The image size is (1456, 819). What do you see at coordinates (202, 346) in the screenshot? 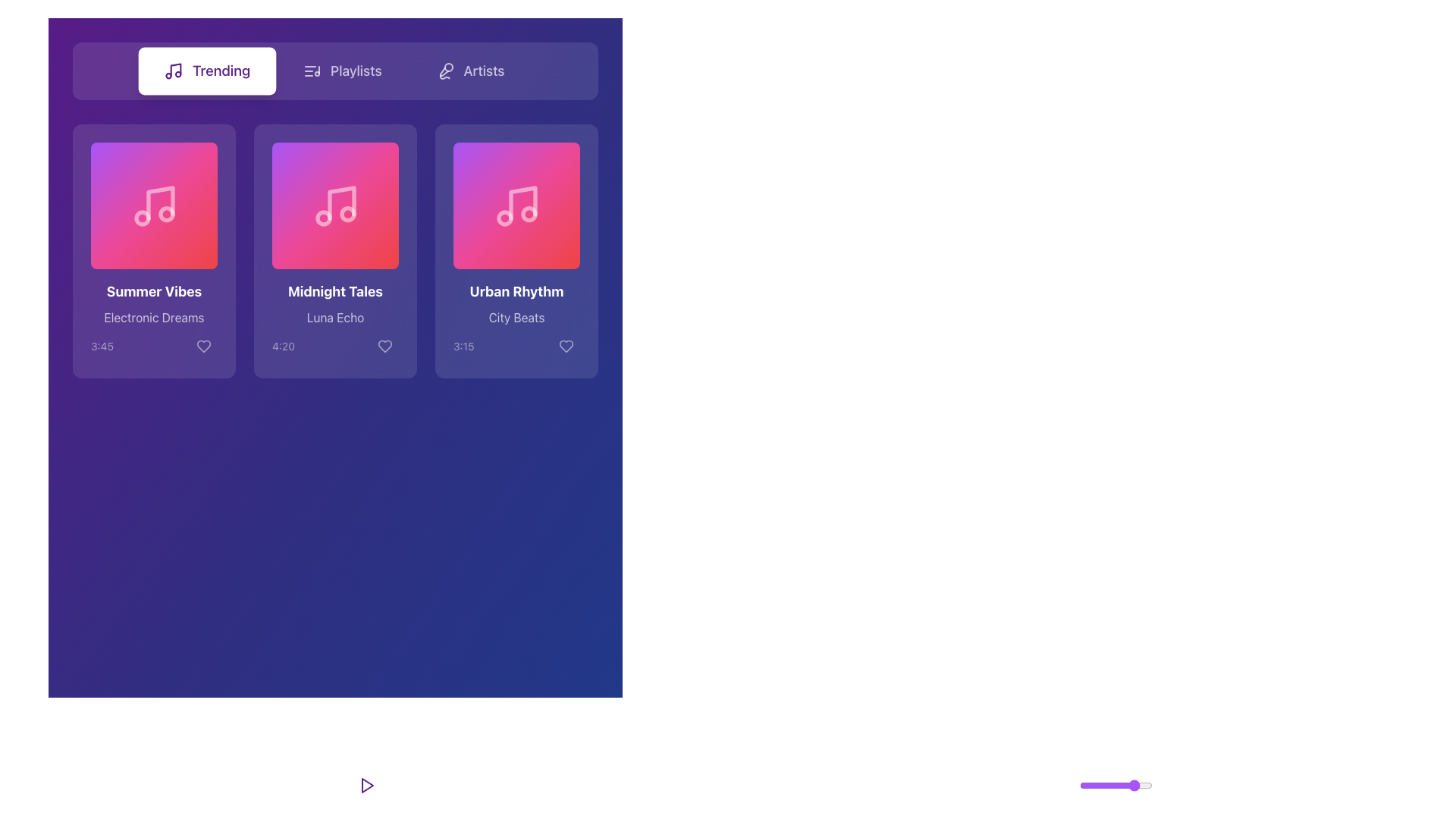
I see `the 'like' or 'favorite' button for the 'Summer Vibes' card located at the bottom right corner of the card` at bounding box center [202, 346].